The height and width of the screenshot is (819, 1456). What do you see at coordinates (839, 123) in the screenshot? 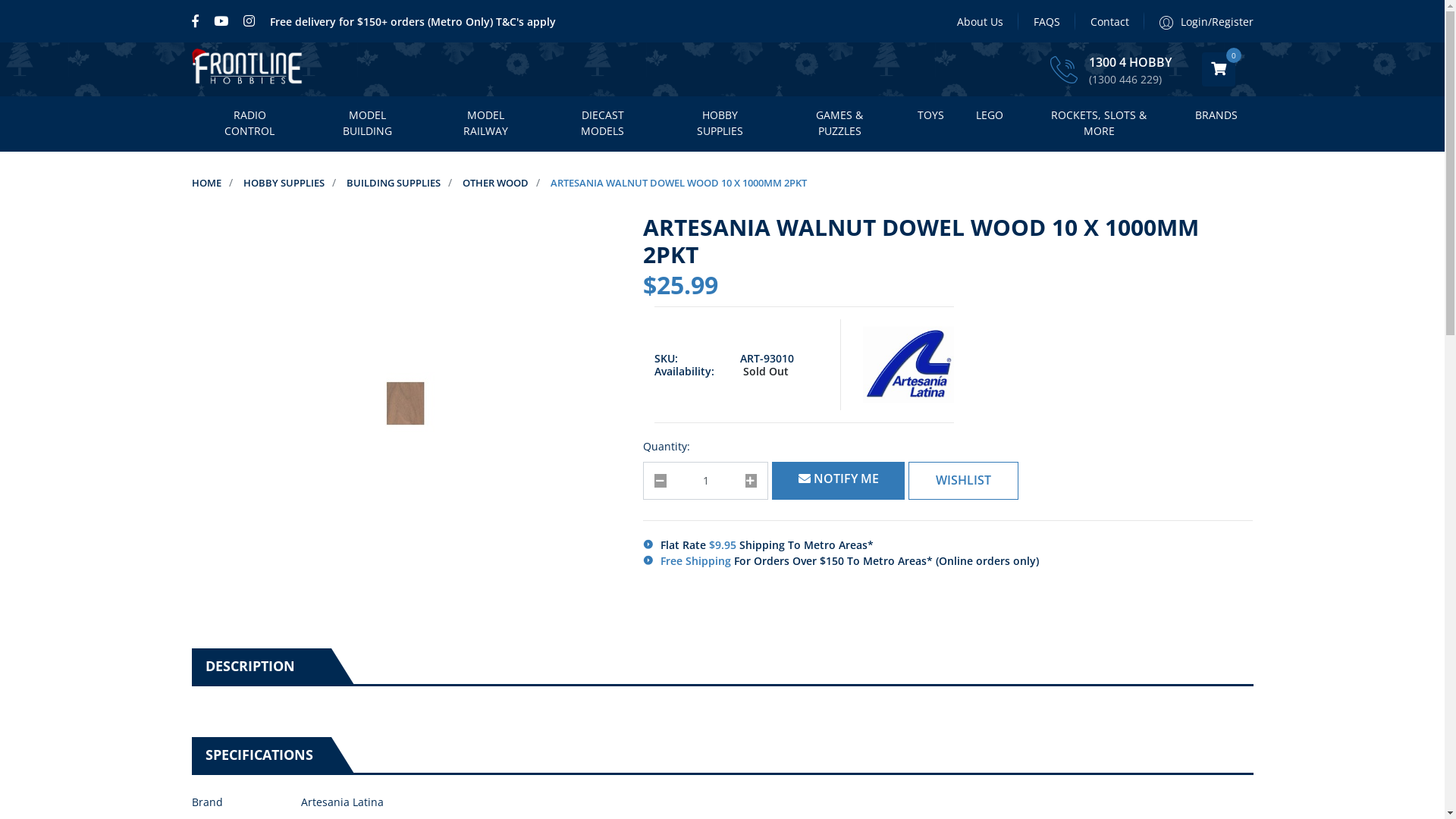
I see `'GAMES & PUZZLES'` at bounding box center [839, 123].